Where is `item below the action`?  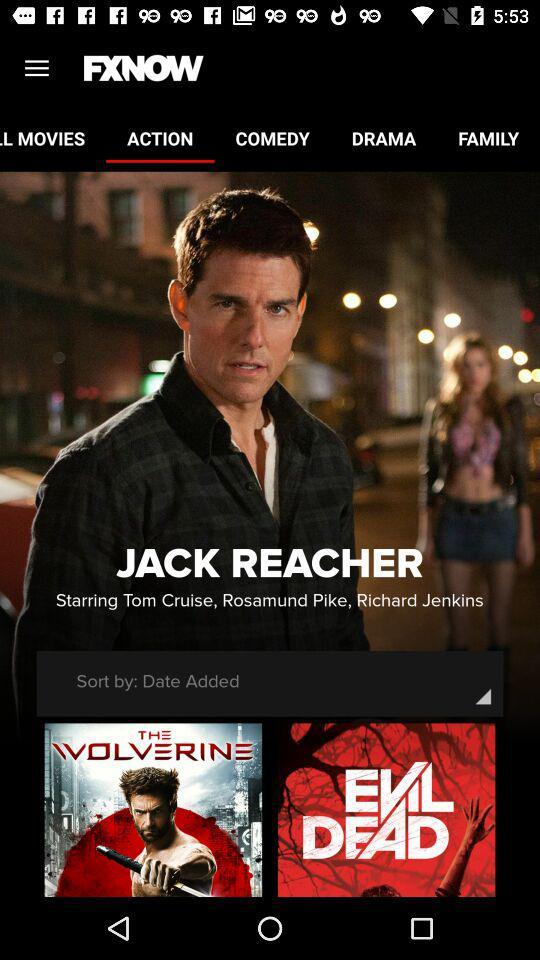 item below the action is located at coordinates (270, 564).